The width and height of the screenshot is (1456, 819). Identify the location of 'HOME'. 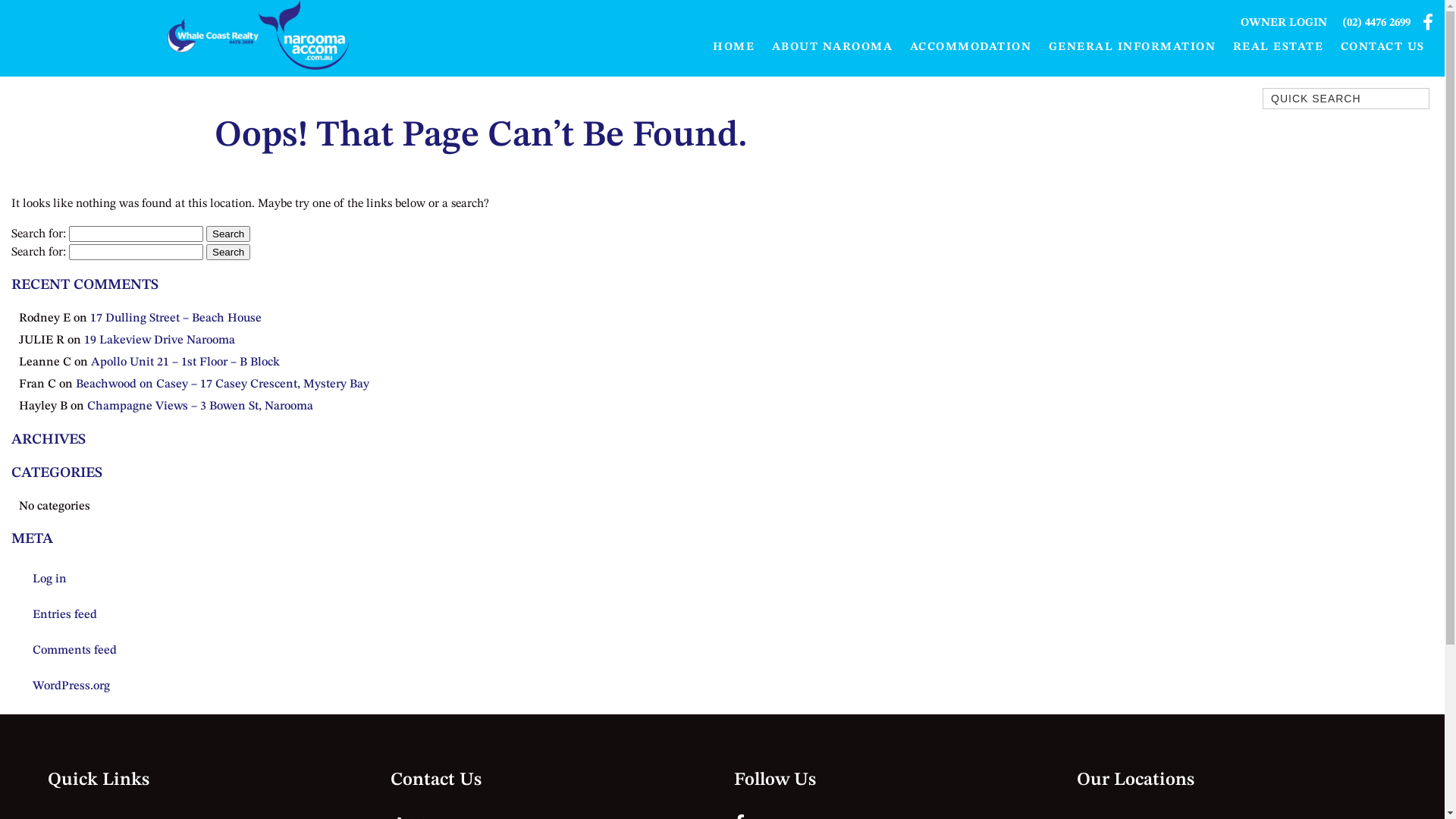
(734, 46).